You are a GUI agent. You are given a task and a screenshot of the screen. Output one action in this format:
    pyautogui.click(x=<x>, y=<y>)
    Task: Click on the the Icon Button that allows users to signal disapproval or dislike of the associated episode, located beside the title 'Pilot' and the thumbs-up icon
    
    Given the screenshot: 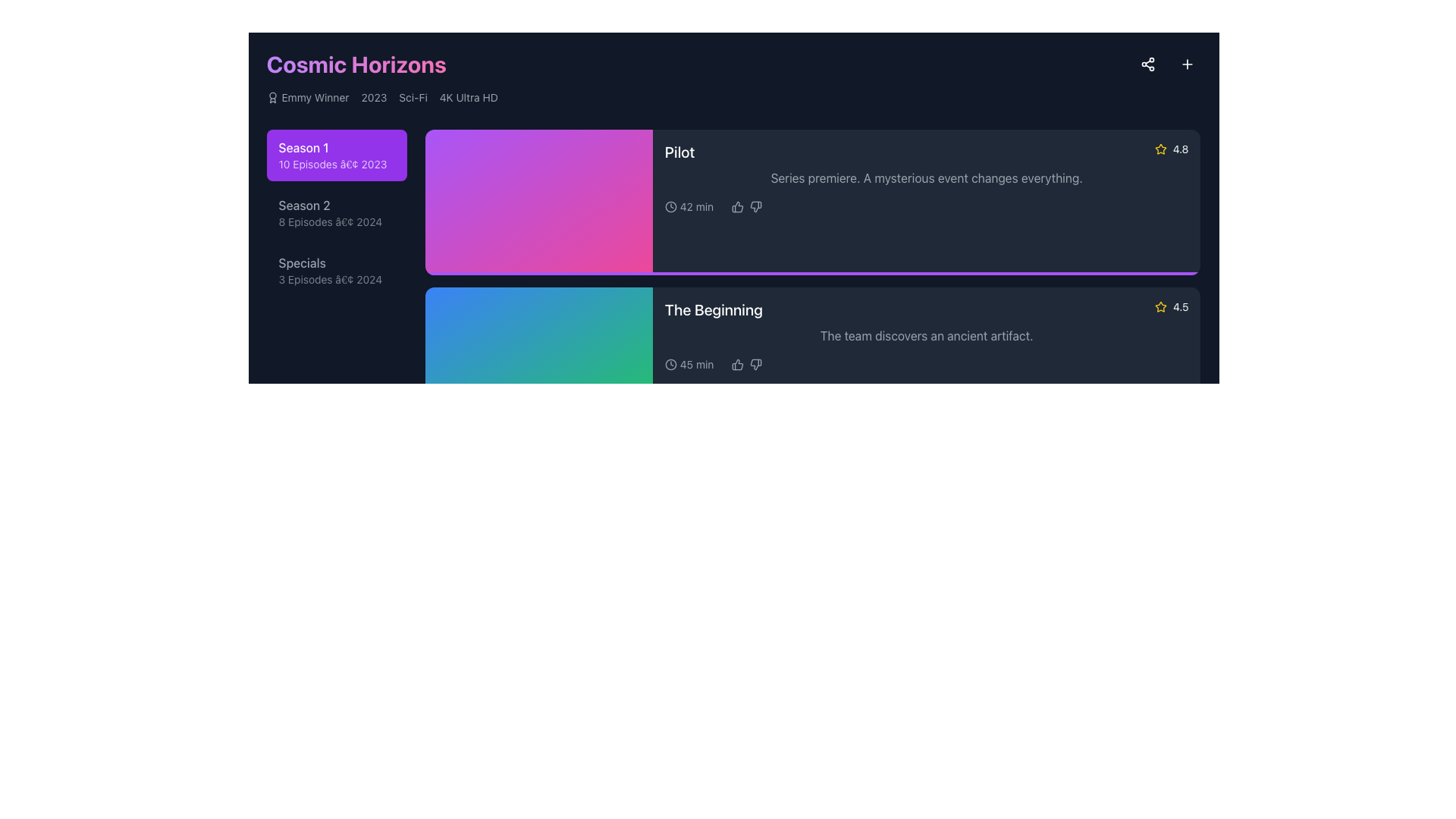 What is the action you would take?
    pyautogui.click(x=756, y=207)
    